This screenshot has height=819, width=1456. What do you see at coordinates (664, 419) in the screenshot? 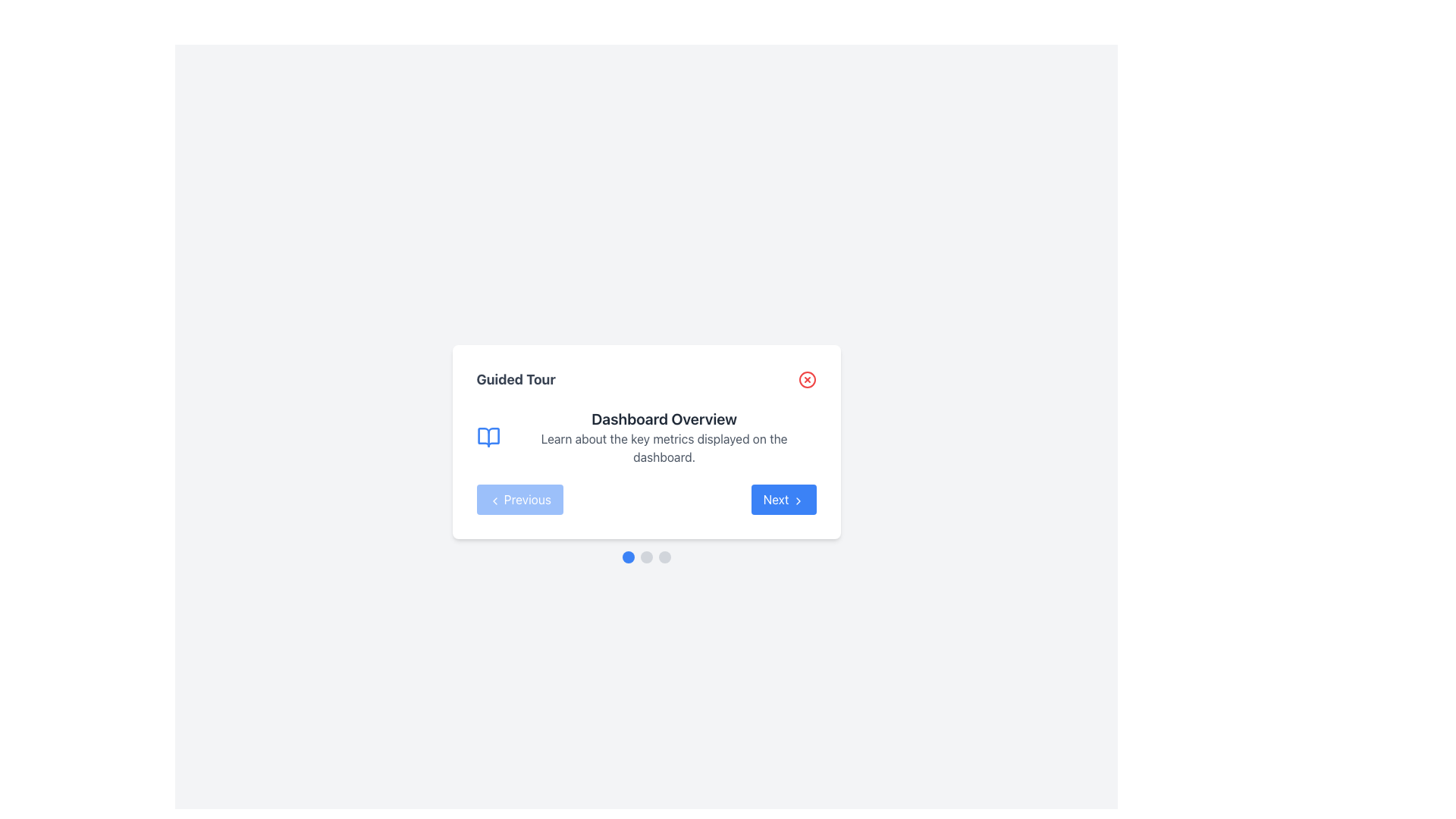
I see `the text label serving as a heading for the descriptive text within the central white dialog box on the pop-up interface` at bounding box center [664, 419].